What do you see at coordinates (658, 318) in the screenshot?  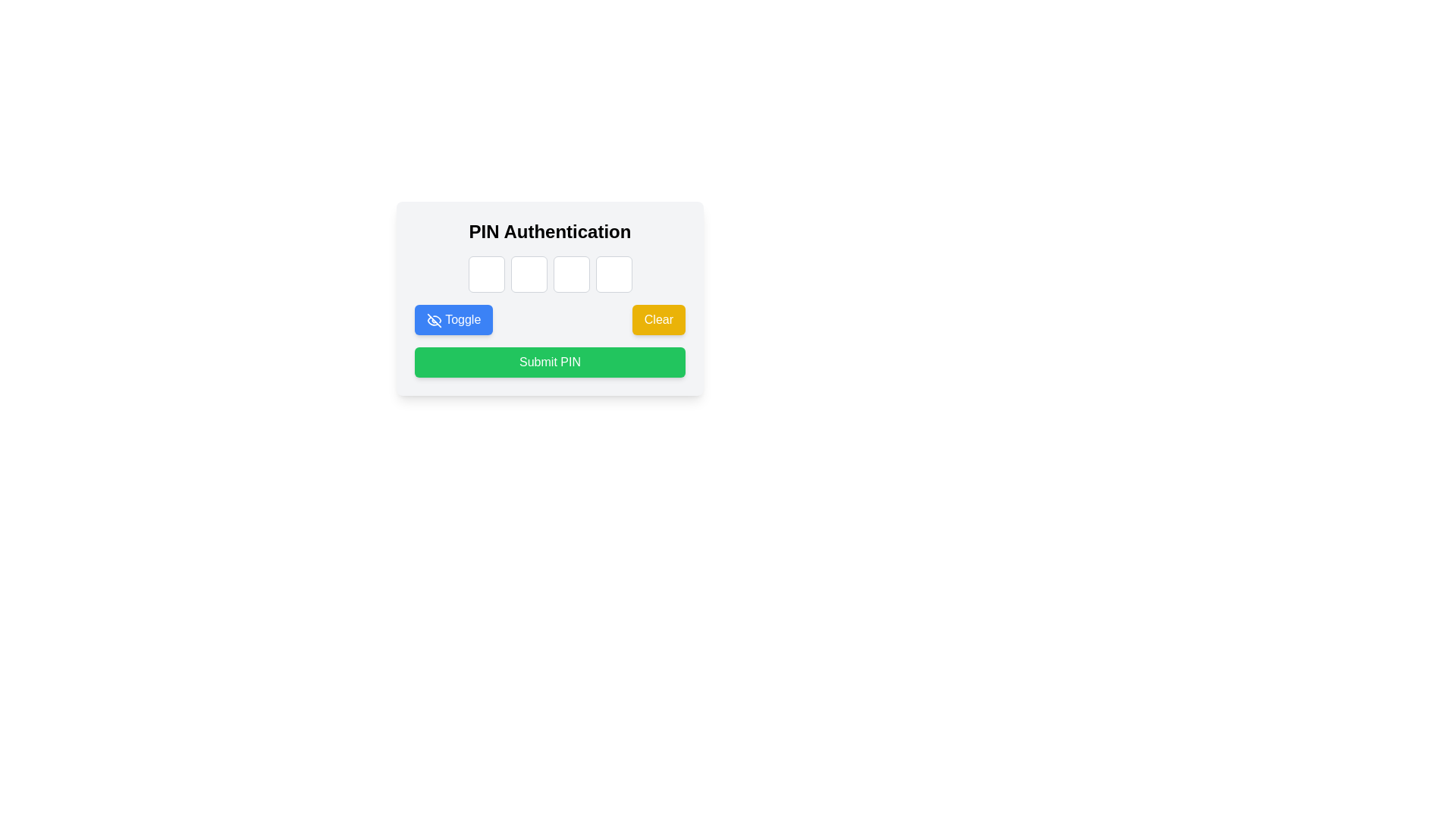 I see `the yellow rectangular 'Clear' button with rounded edges and white text to clear inputs or actions` at bounding box center [658, 318].